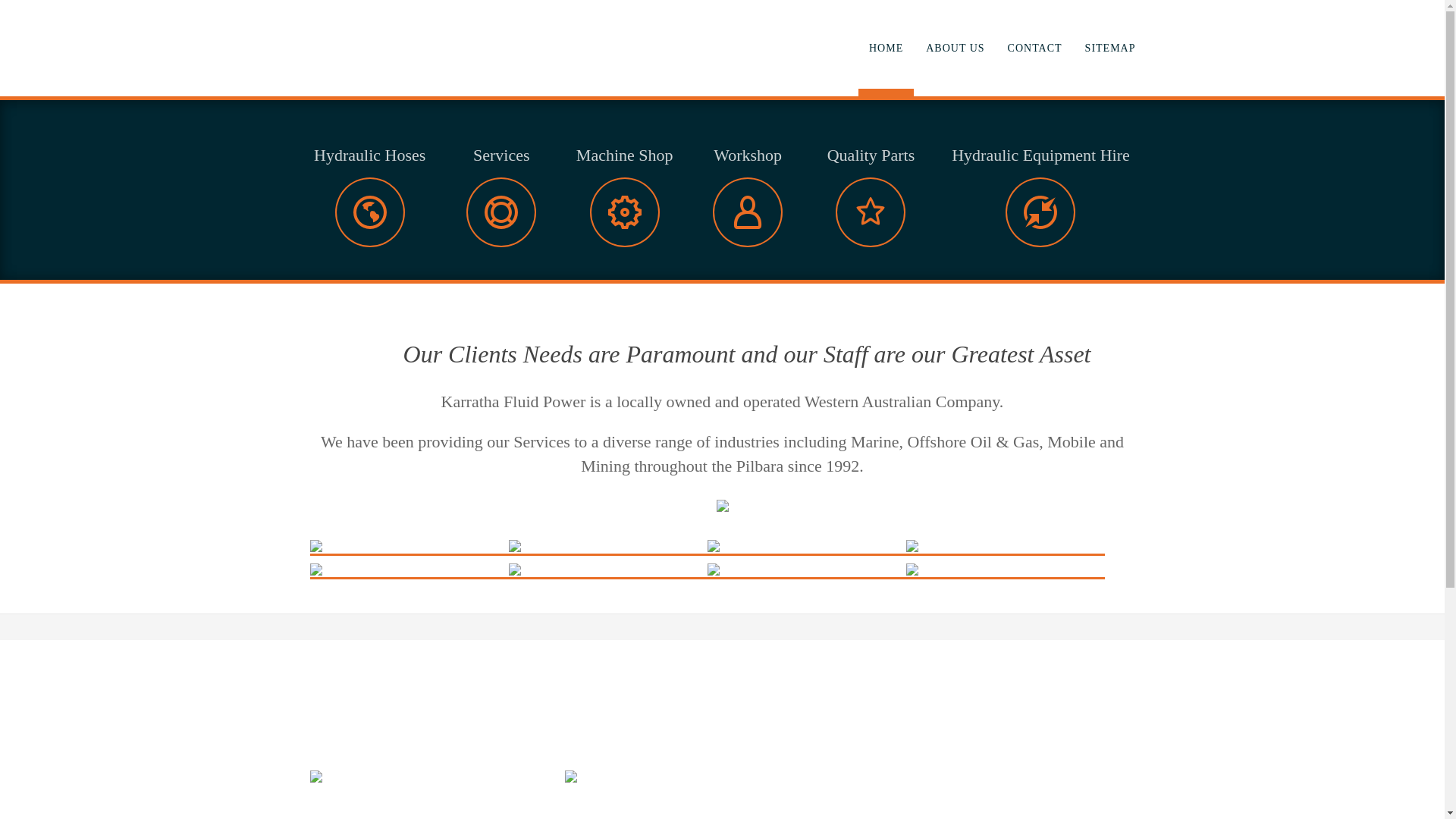  What do you see at coordinates (1034, 47) in the screenshot?
I see `'CONTACT'` at bounding box center [1034, 47].